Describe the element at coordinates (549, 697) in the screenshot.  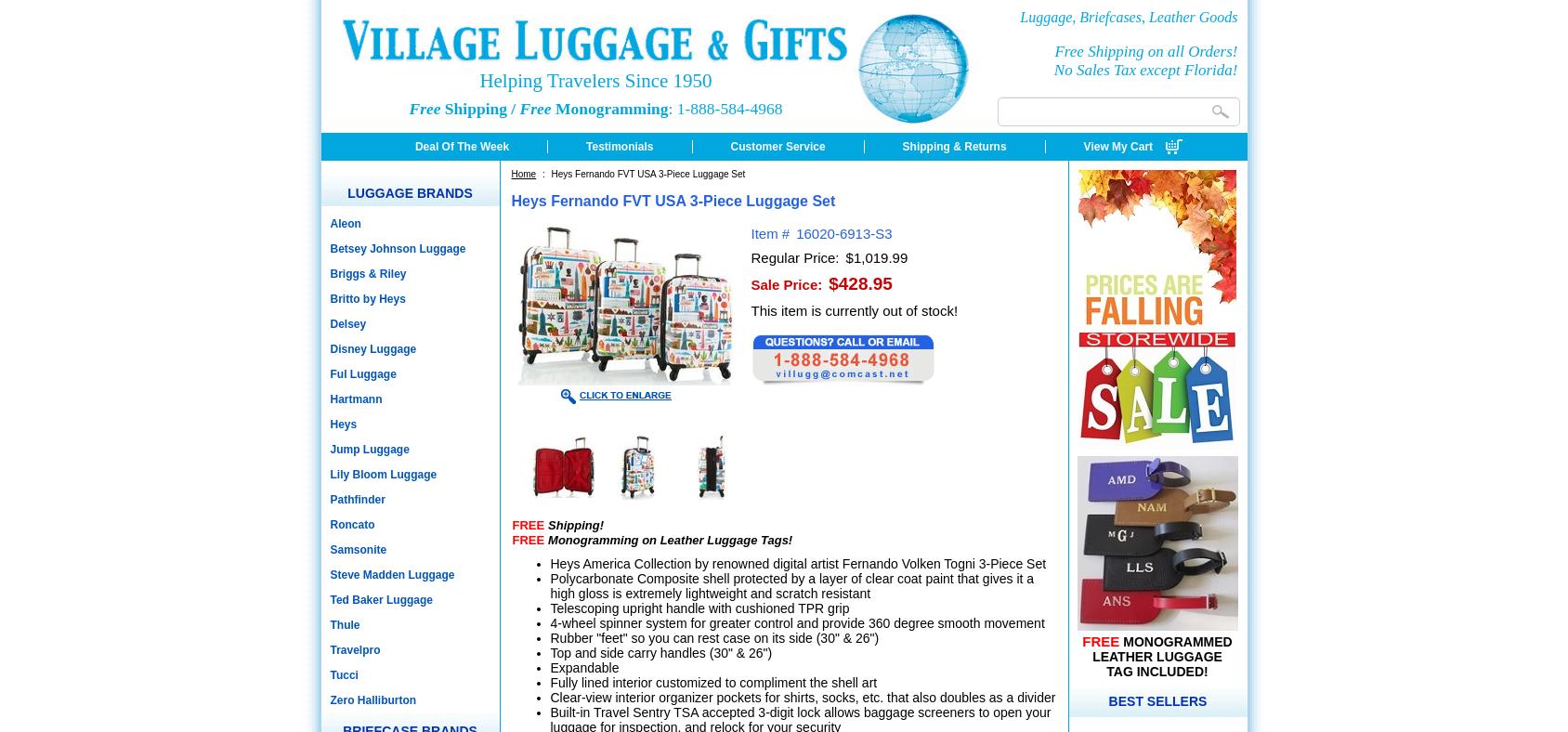
I see `'Clear-view interior organizer pockets for shirts, socks, etc. that also doubles as a divider'` at that location.